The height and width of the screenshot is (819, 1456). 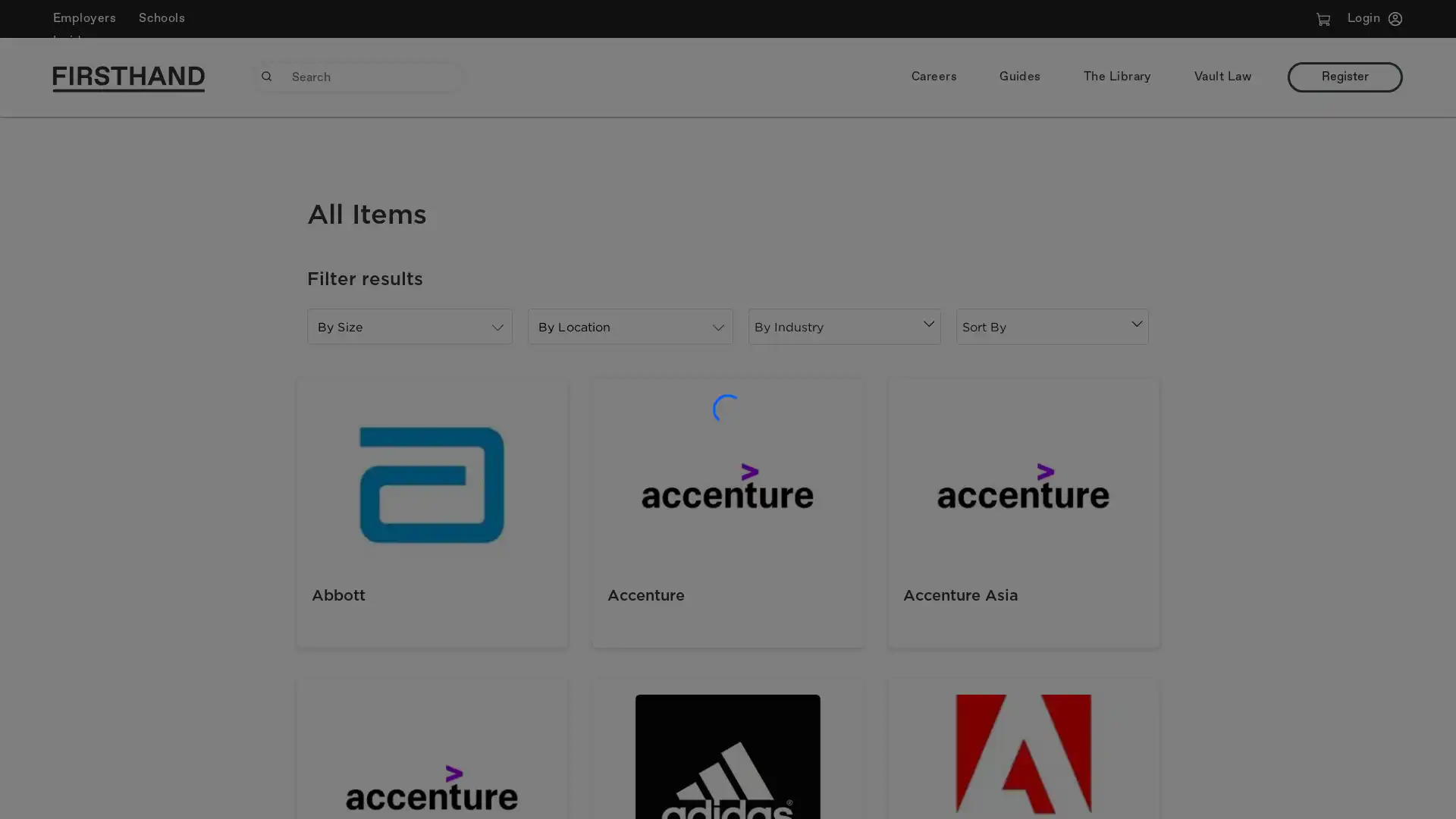 What do you see at coordinates (843, 325) in the screenshot?
I see `By Industry` at bounding box center [843, 325].